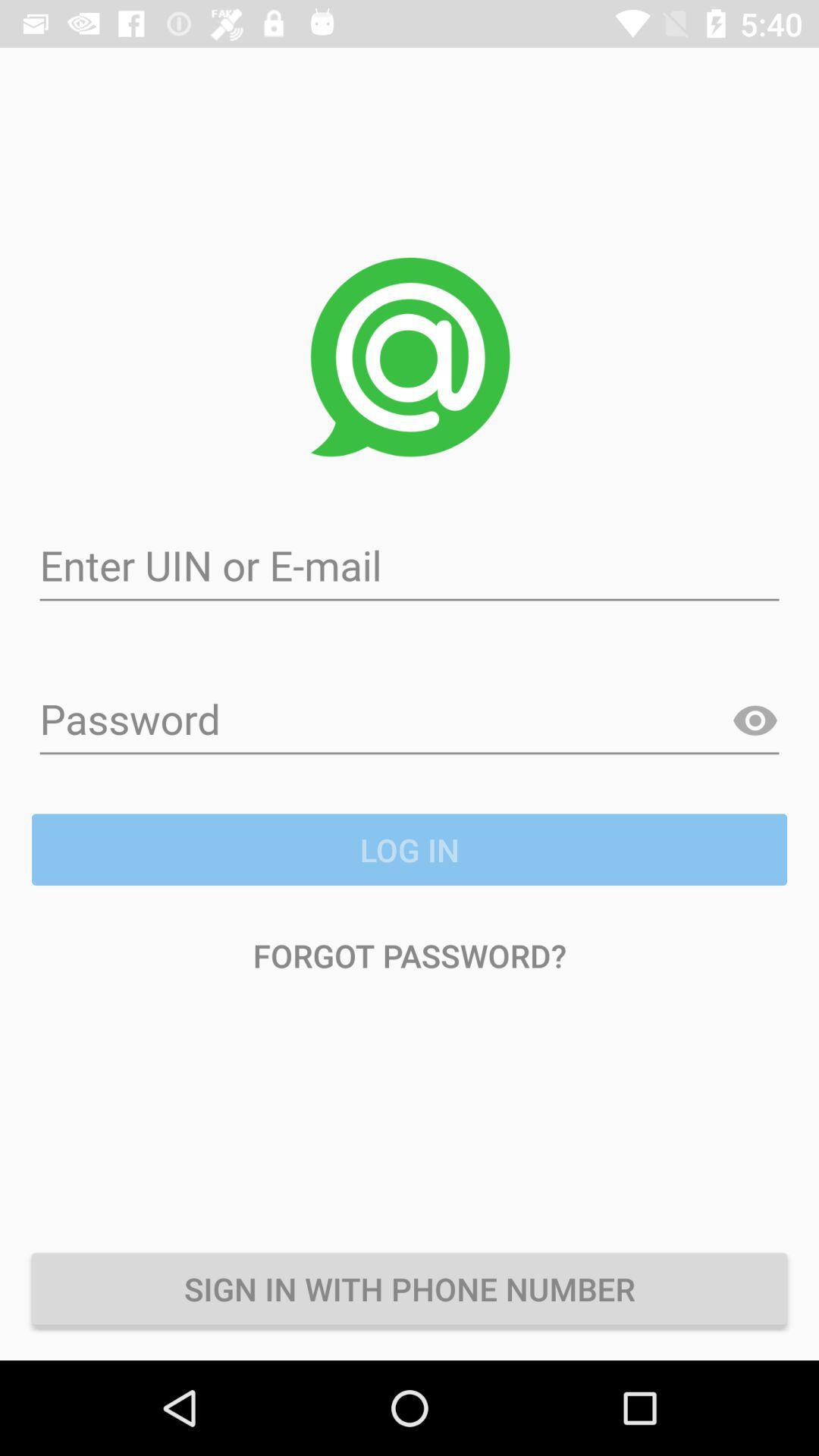 Image resolution: width=819 pixels, height=1456 pixels. Describe the element at coordinates (409, 849) in the screenshot. I see `icon above the forgot password? item` at that location.